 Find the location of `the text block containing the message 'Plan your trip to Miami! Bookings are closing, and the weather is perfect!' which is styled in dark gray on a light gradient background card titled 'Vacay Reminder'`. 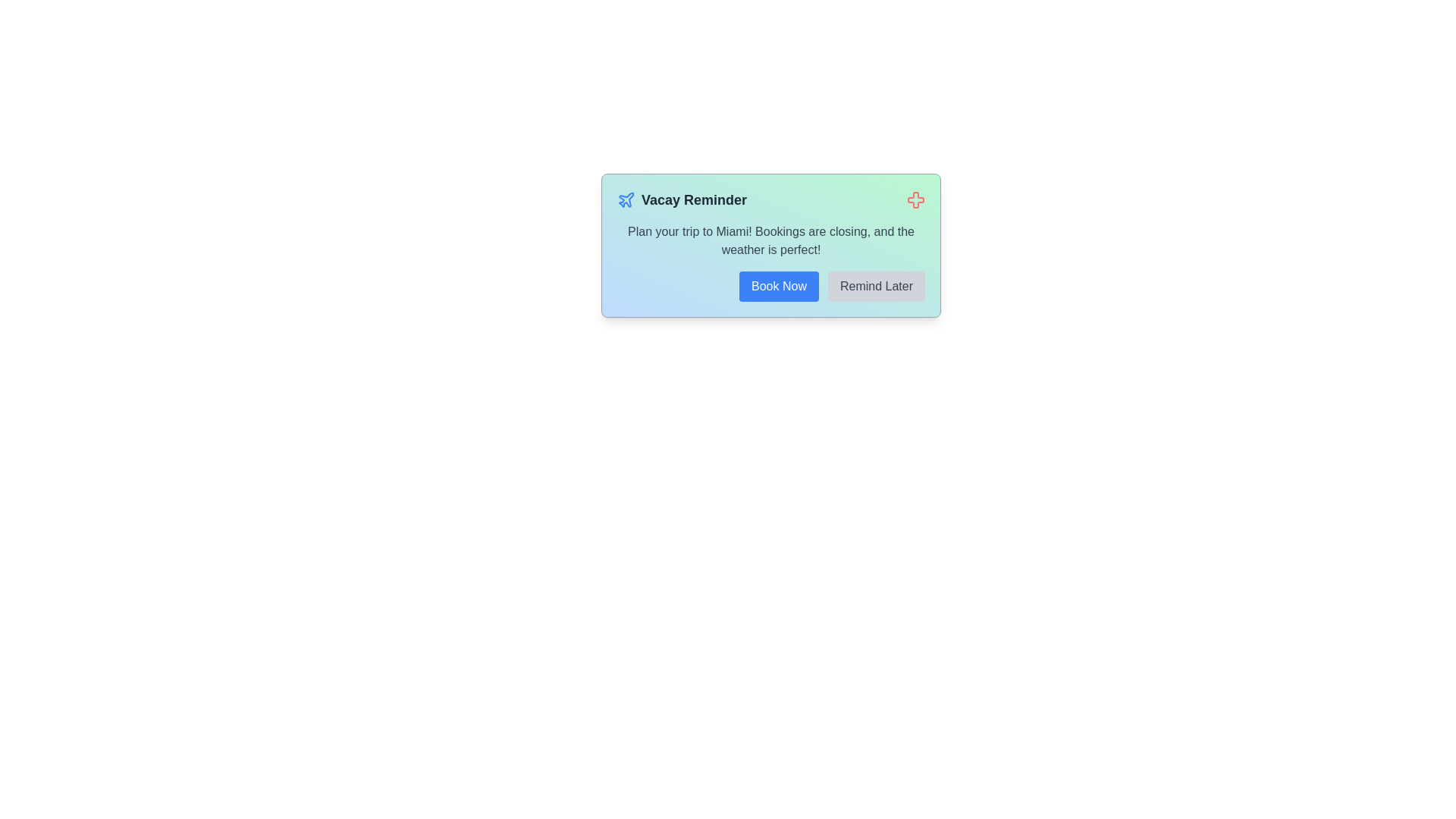

the text block containing the message 'Plan your trip to Miami! Bookings are closing, and the weather is perfect!' which is styled in dark gray on a light gradient background card titled 'Vacay Reminder' is located at coordinates (771, 240).